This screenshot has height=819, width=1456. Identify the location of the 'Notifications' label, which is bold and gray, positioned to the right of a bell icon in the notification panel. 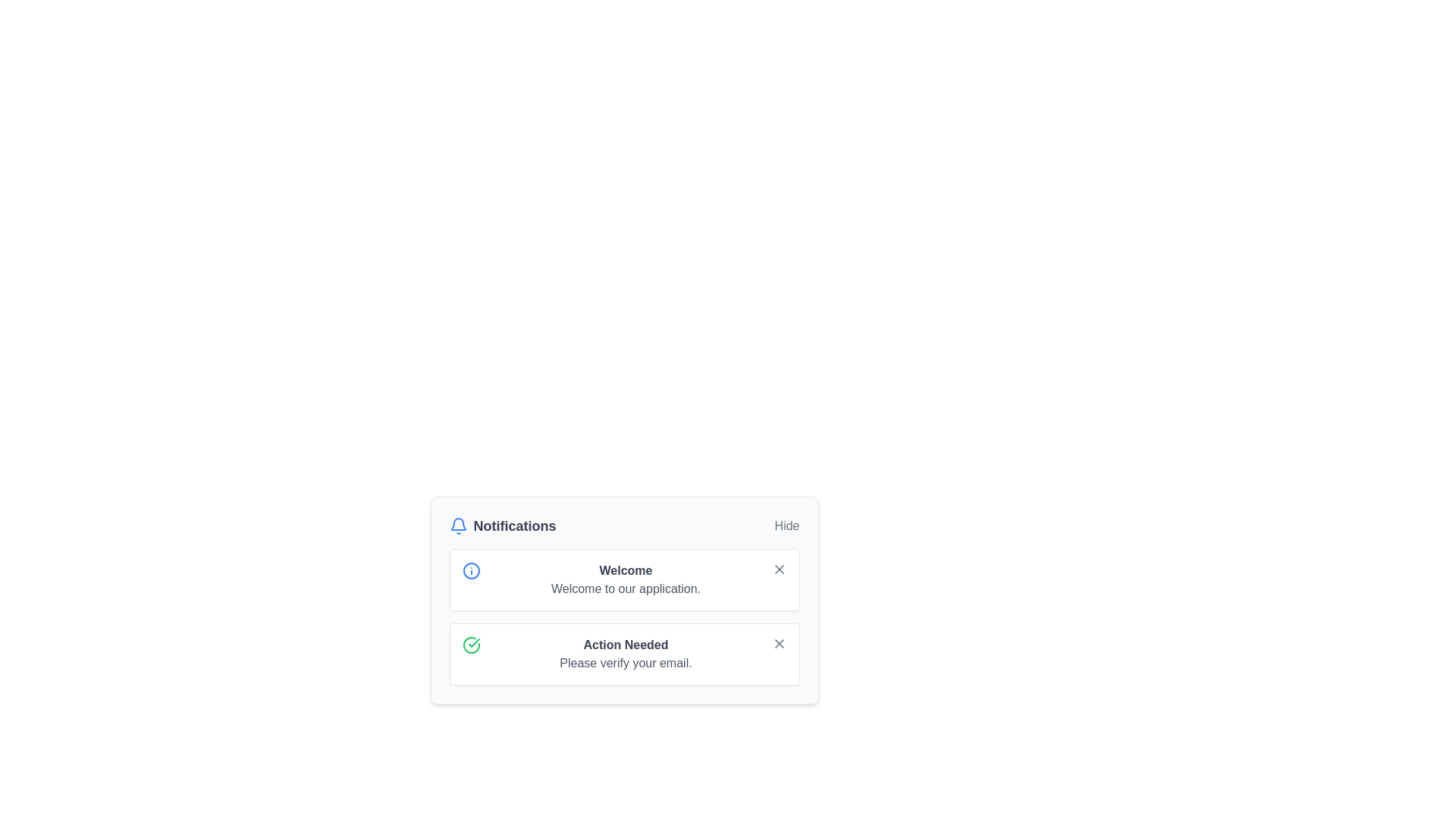
(515, 526).